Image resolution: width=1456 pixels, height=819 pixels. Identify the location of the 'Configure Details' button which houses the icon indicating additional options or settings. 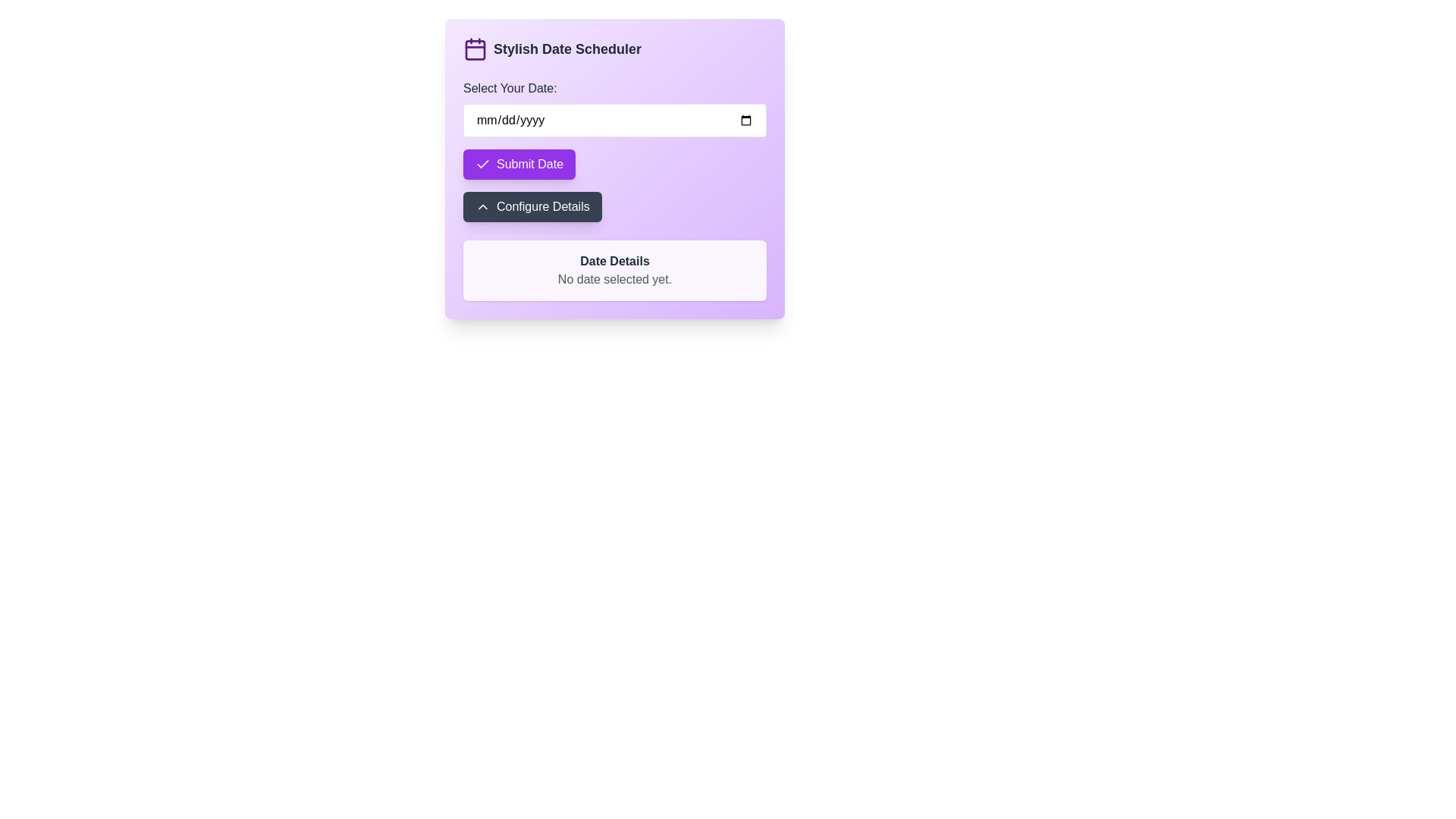
(482, 207).